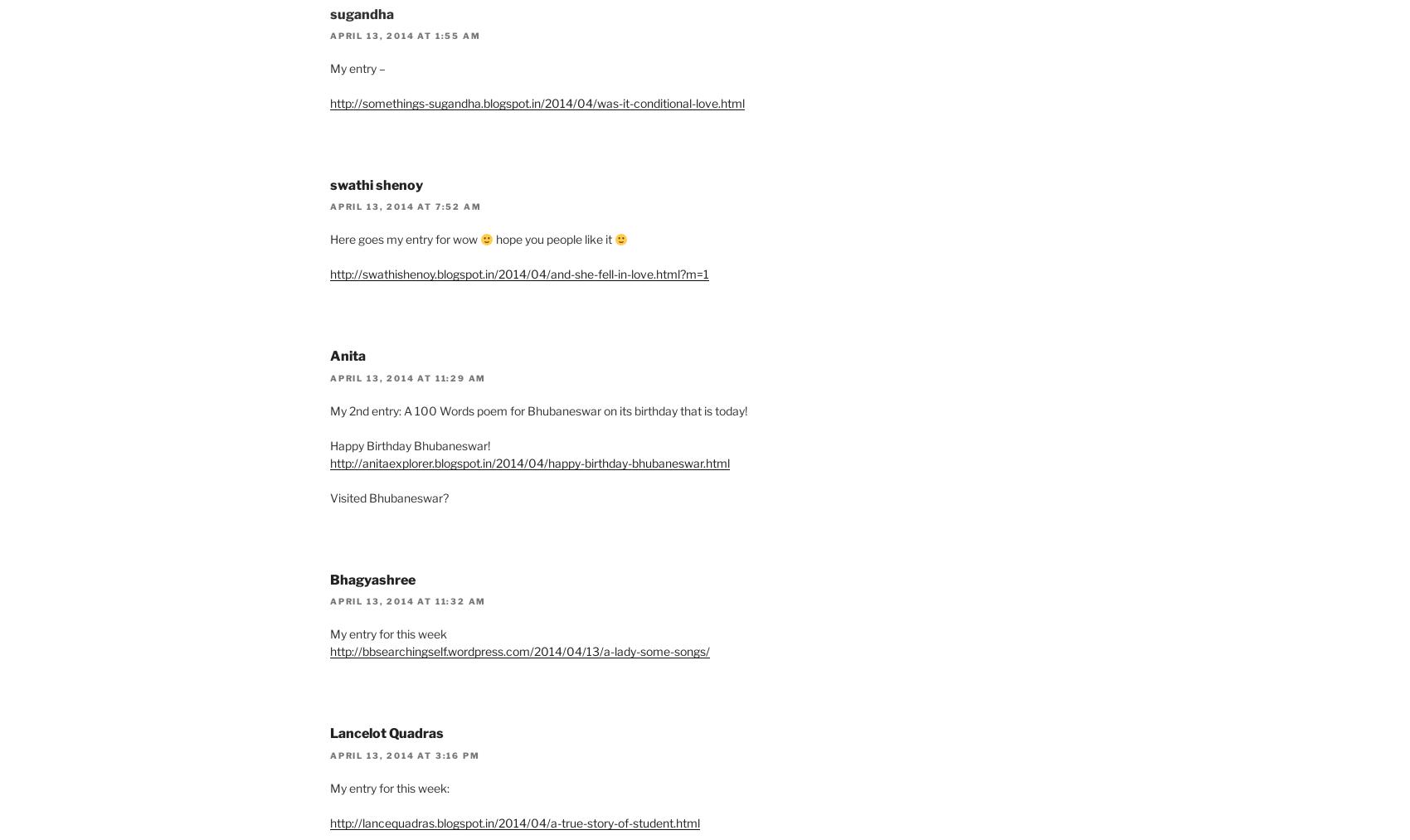 This screenshot has height=840, width=1410. What do you see at coordinates (553, 238) in the screenshot?
I see `'hope you people like it'` at bounding box center [553, 238].